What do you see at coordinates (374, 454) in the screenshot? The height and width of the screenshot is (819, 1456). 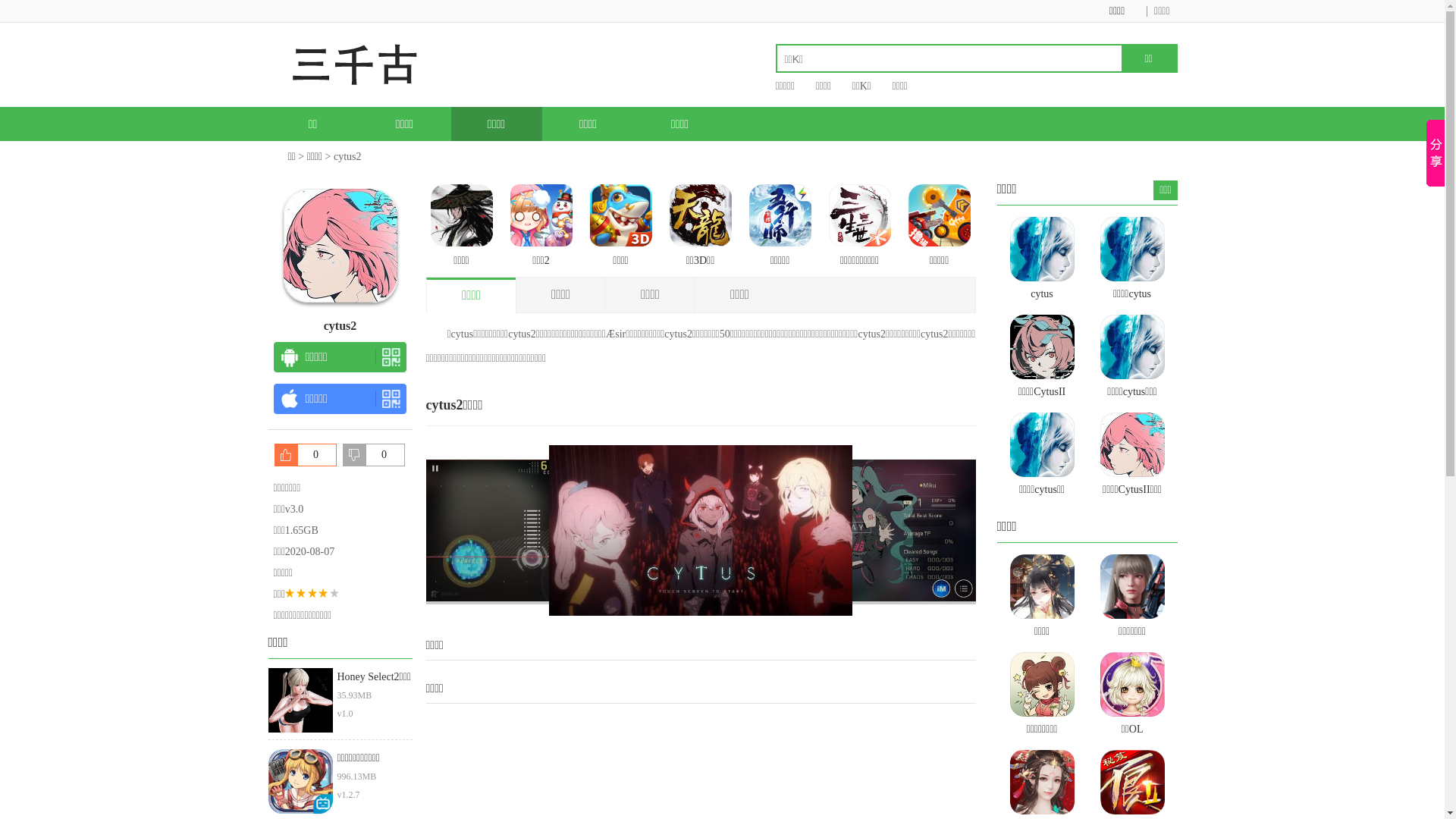 I see `'0'` at bounding box center [374, 454].